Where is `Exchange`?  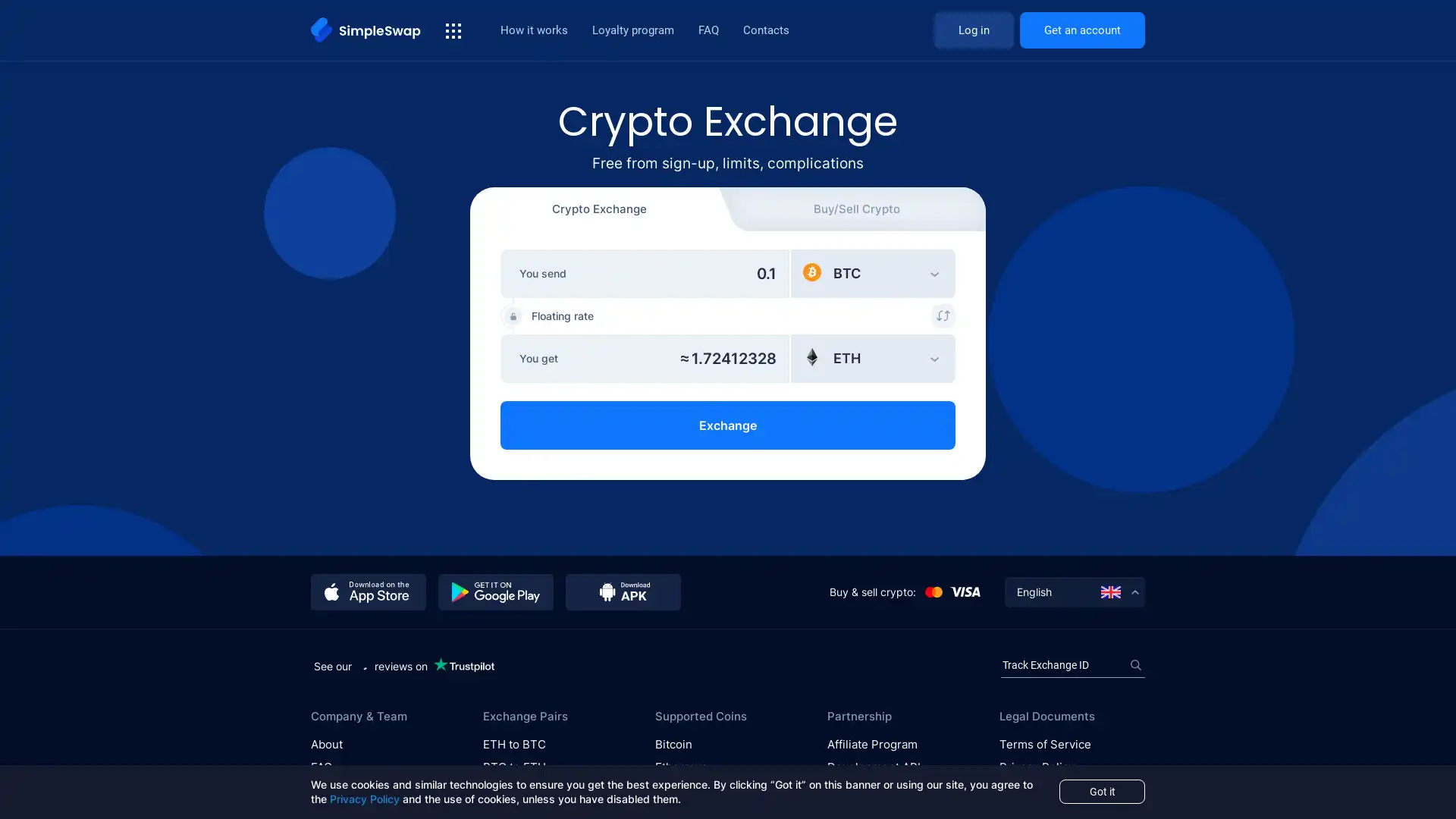 Exchange is located at coordinates (728, 424).